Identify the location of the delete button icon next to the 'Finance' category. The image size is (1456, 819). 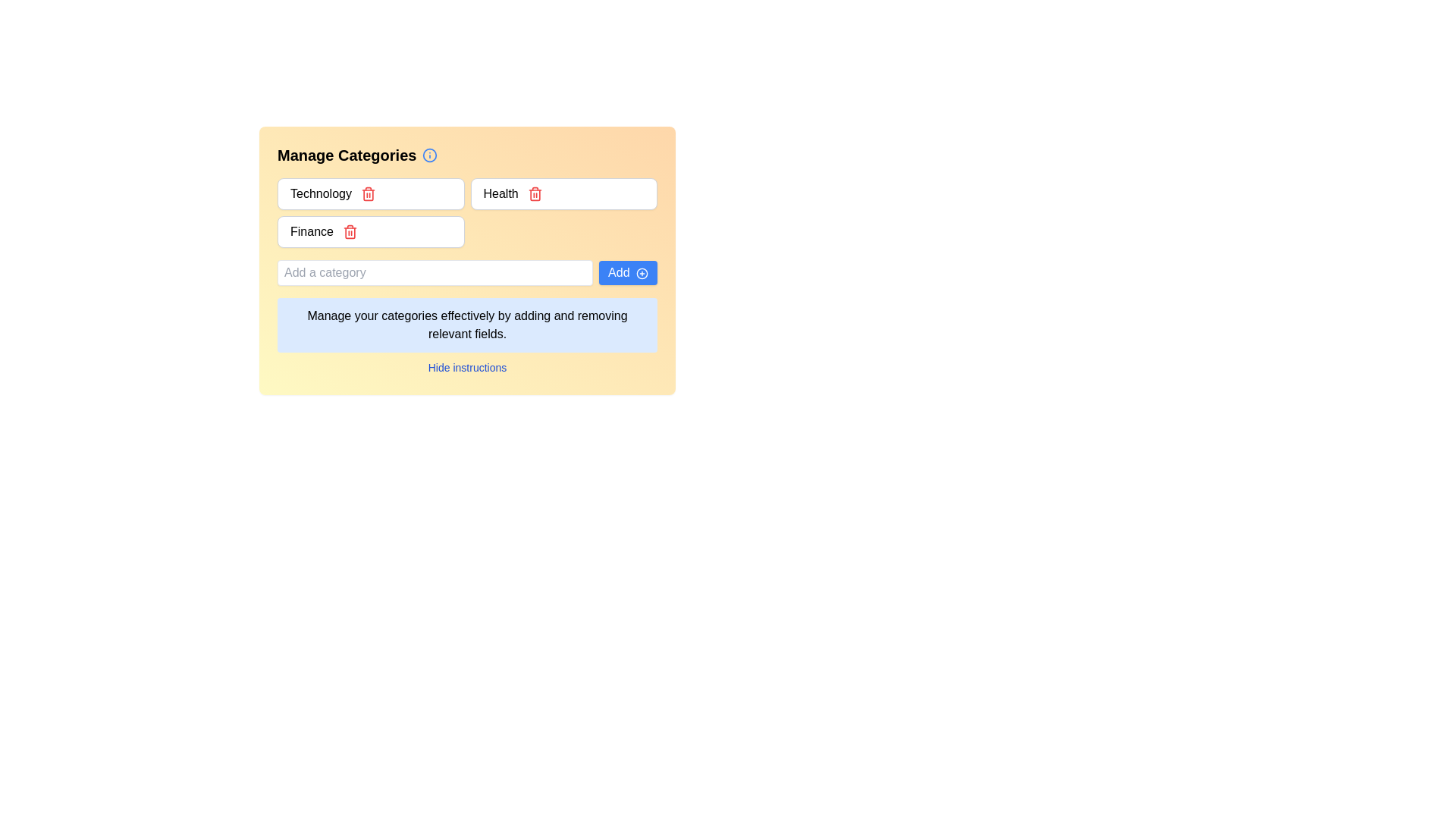
(349, 231).